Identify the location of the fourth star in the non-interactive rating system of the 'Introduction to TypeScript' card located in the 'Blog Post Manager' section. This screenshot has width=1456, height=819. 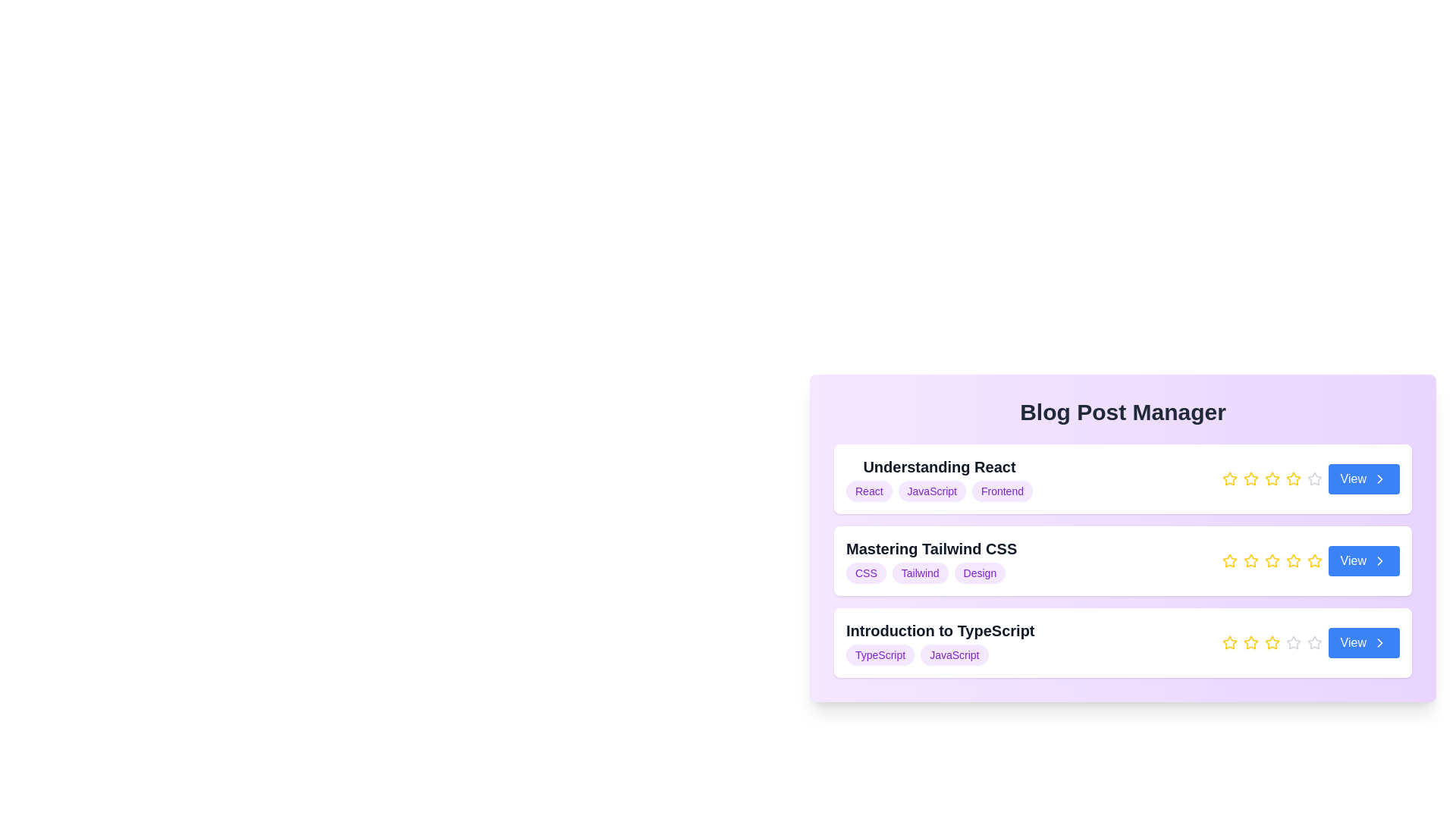
(1310, 643).